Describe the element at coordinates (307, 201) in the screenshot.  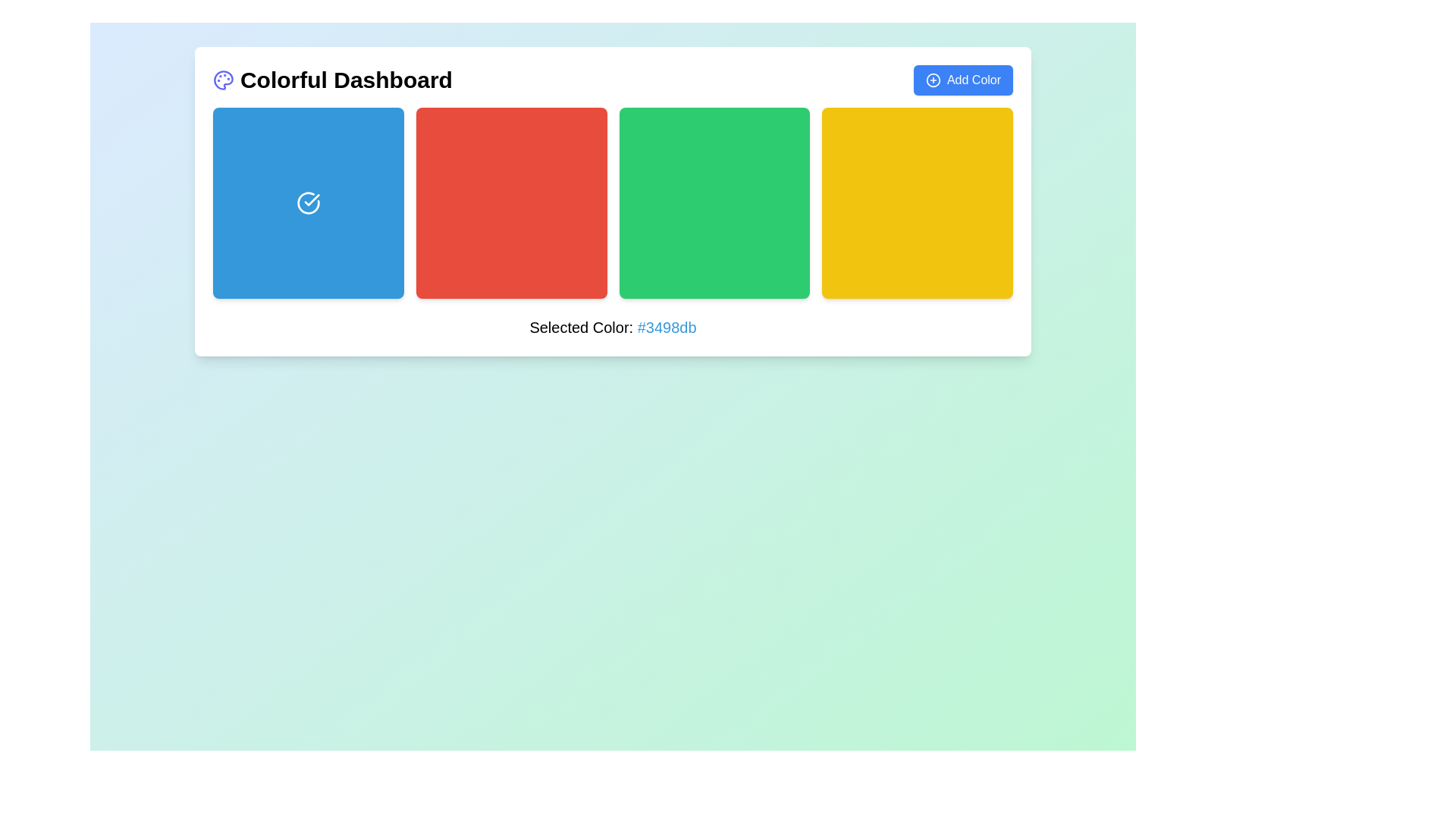
I see `the circular icon with a check mark inside, which is located centered within the first blue rectangle in a grid of options` at that location.